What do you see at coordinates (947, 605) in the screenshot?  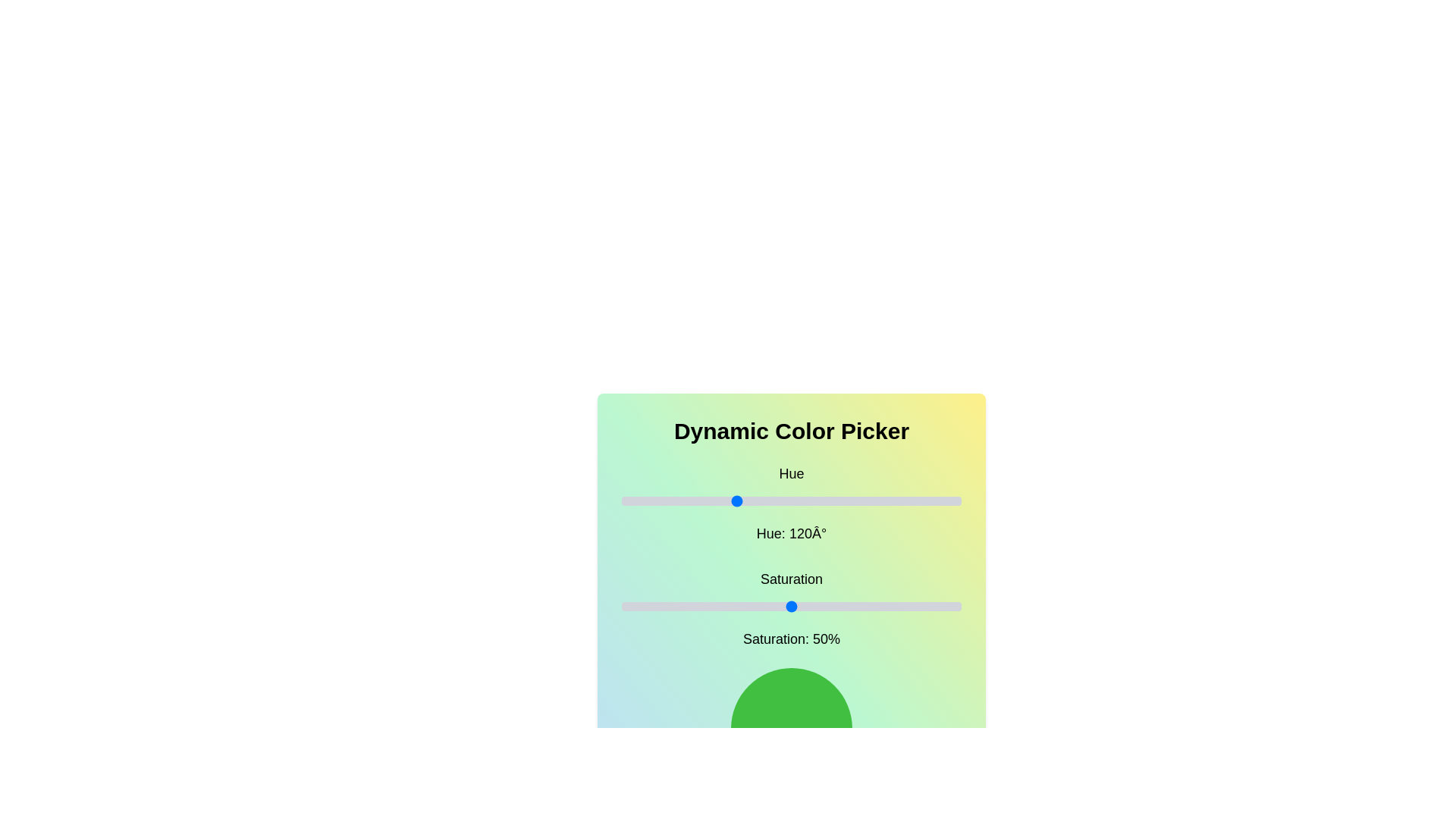 I see `the saturation slider to set the saturation to 96%` at bounding box center [947, 605].